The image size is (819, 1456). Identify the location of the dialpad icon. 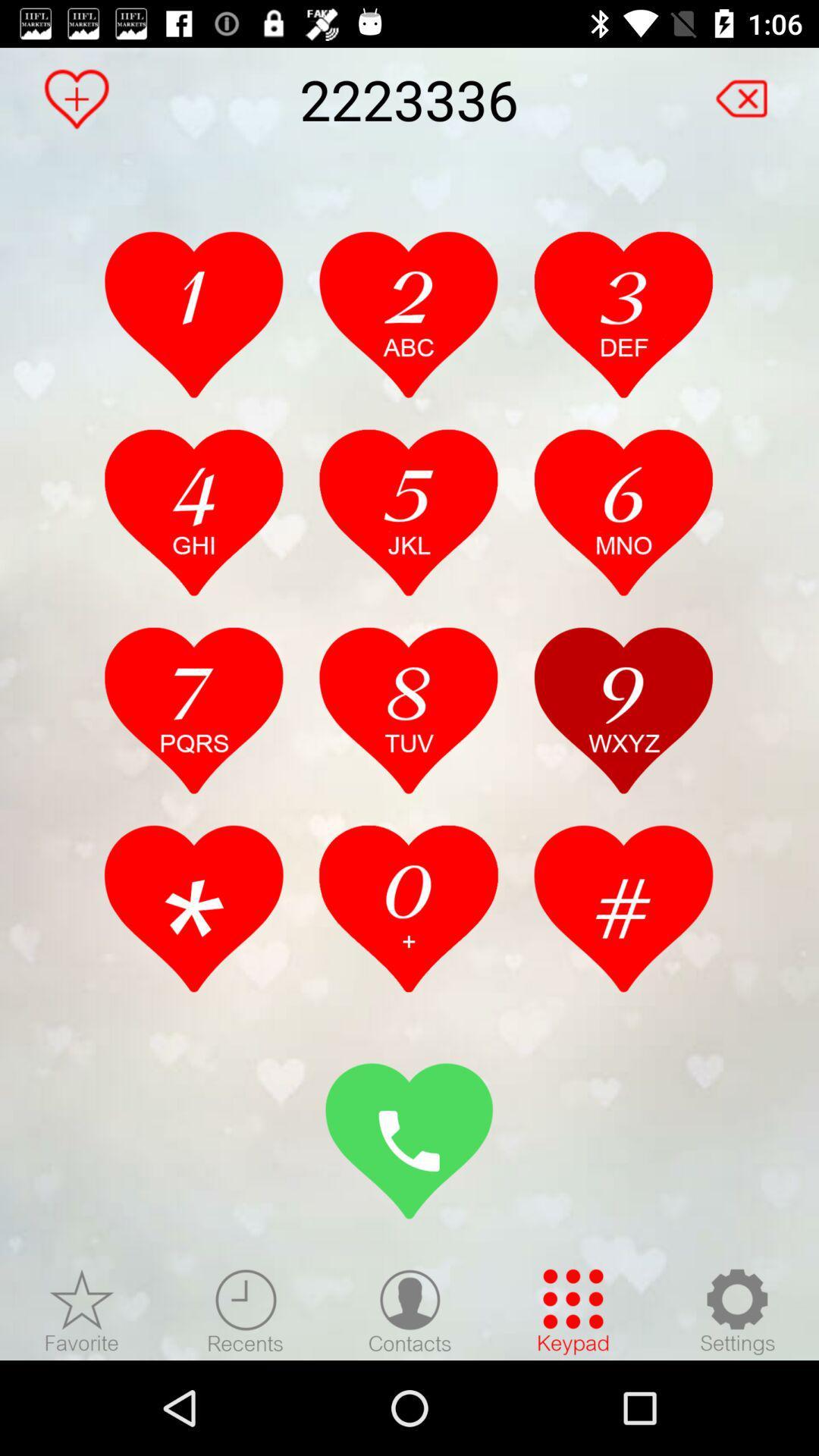
(573, 1310).